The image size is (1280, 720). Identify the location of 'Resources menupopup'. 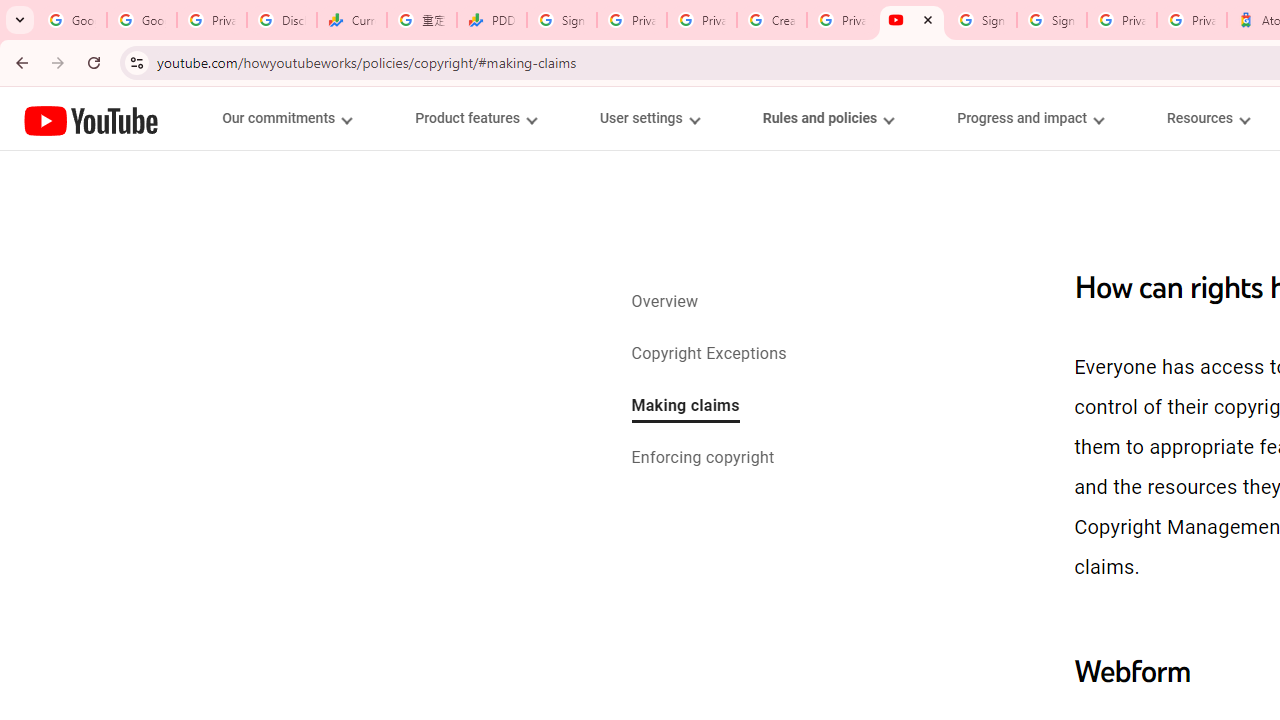
(1207, 118).